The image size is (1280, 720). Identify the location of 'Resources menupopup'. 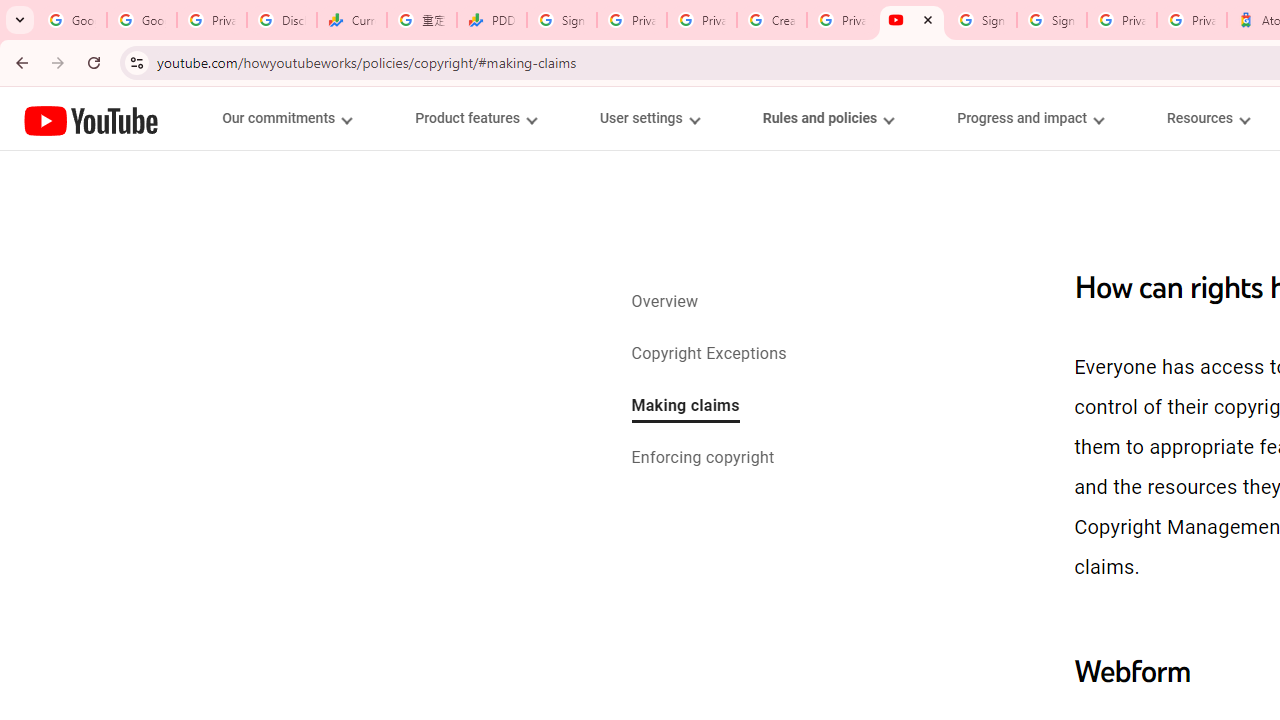
(1207, 118).